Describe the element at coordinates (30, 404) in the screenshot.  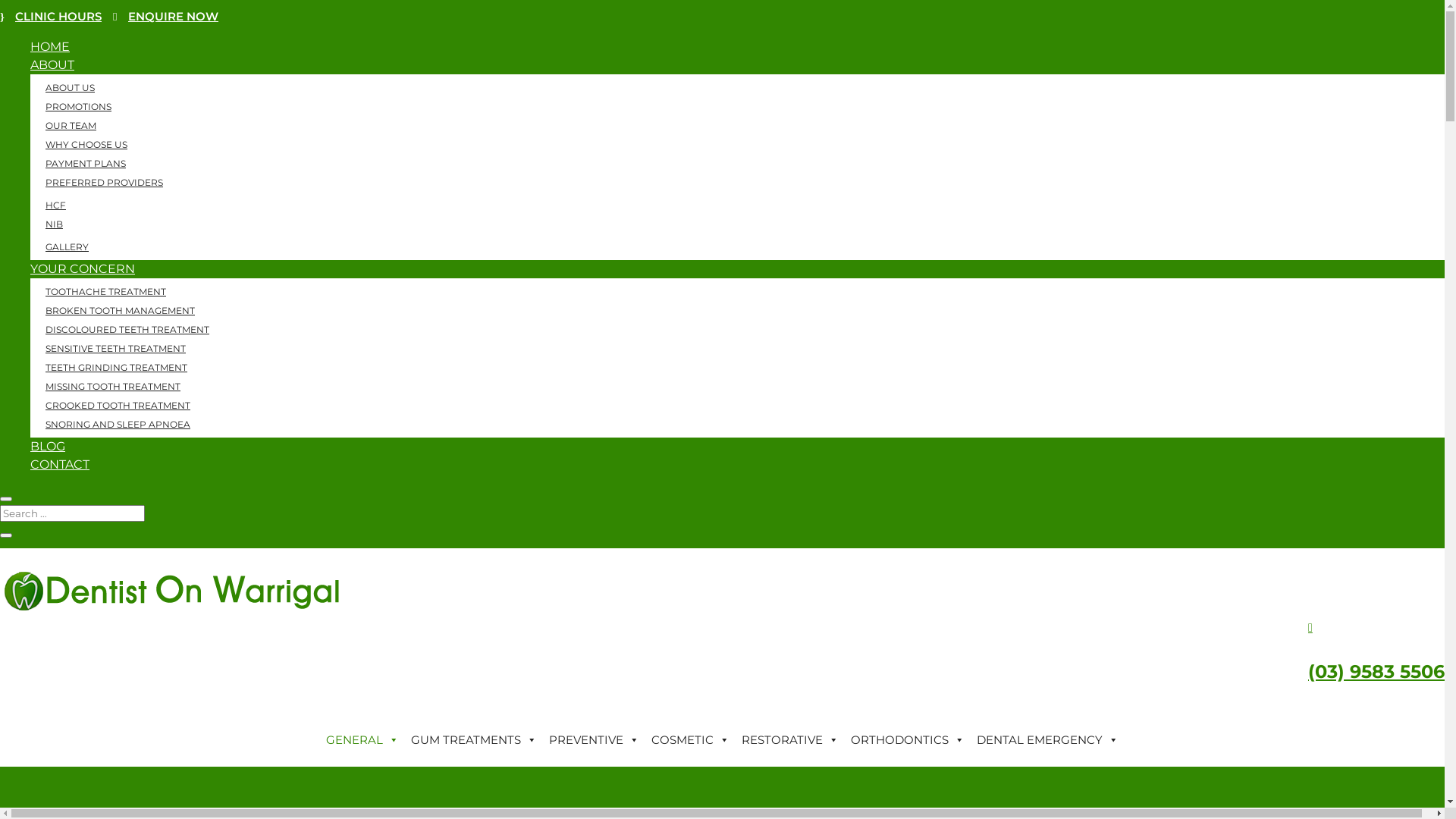
I see `'CROOKED TOOTH TREATMENT'` at that location.